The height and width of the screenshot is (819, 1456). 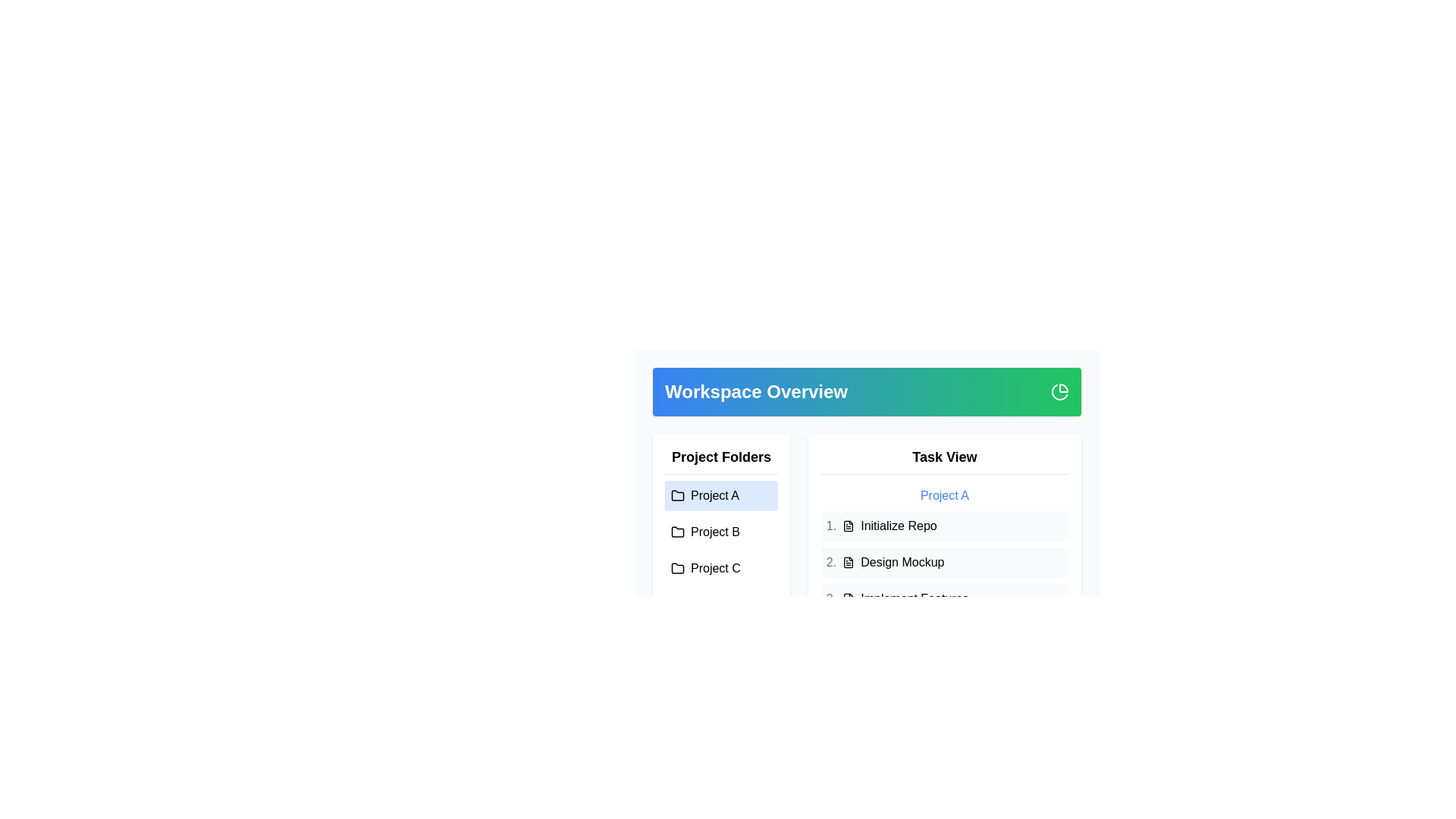 I want to click on the text label that serves as an index marker for the task, positioned in the second row of the 'Task View' pane, immediately to the left of the task title 'Design Mockup', so click(x=830, y=562).